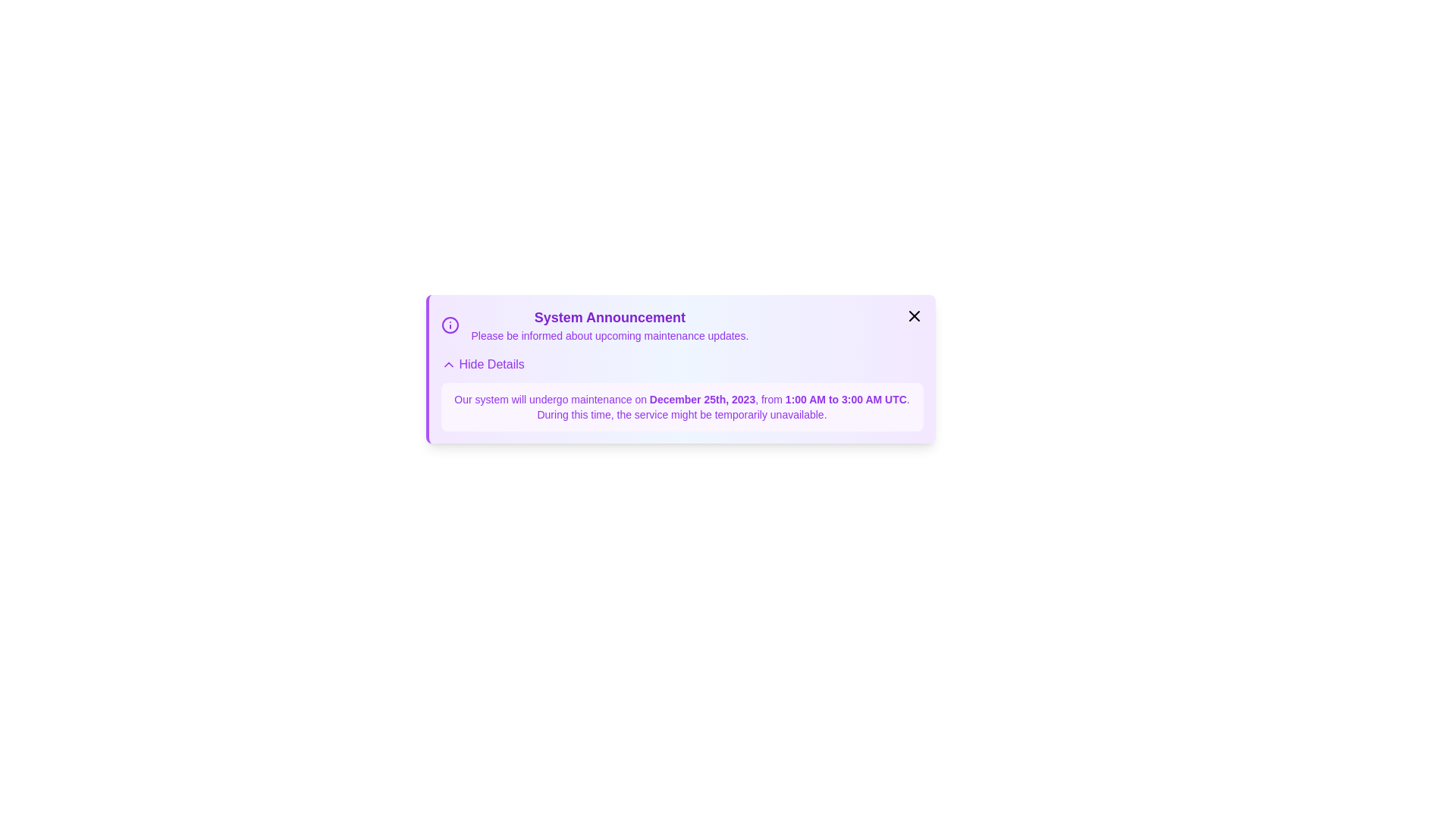 This screenshot has height=819, width=1456. Describe the element at coordinates (681, 406) in the screenshot. I see `the static text block containing the announcement message written in purple font on a light purple background, which includes the date and time information` at that location.